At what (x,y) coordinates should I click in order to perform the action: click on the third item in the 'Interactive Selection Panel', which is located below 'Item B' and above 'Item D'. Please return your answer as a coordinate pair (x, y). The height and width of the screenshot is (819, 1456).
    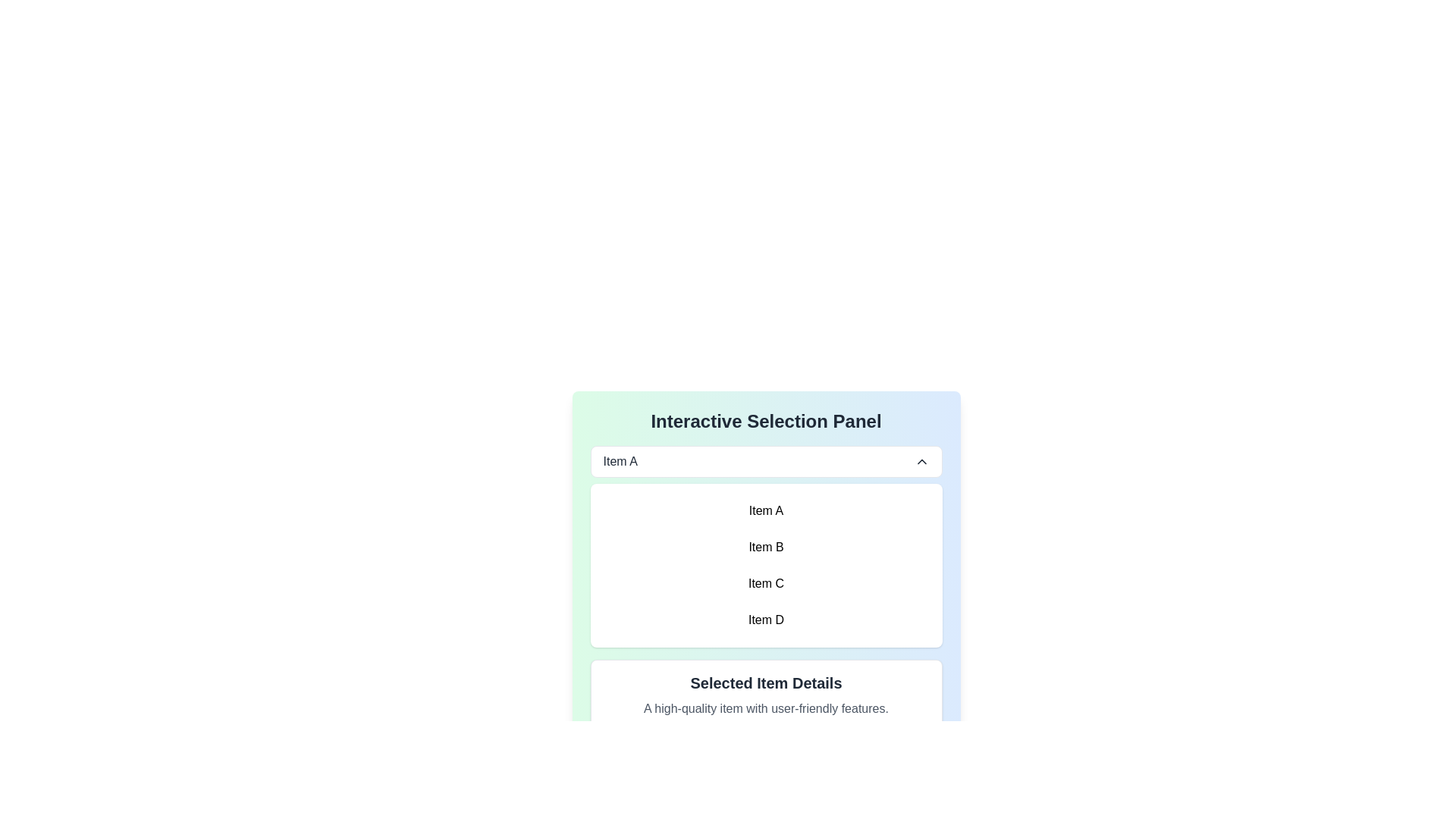
    Looking at the image, I should click on (766, 583).